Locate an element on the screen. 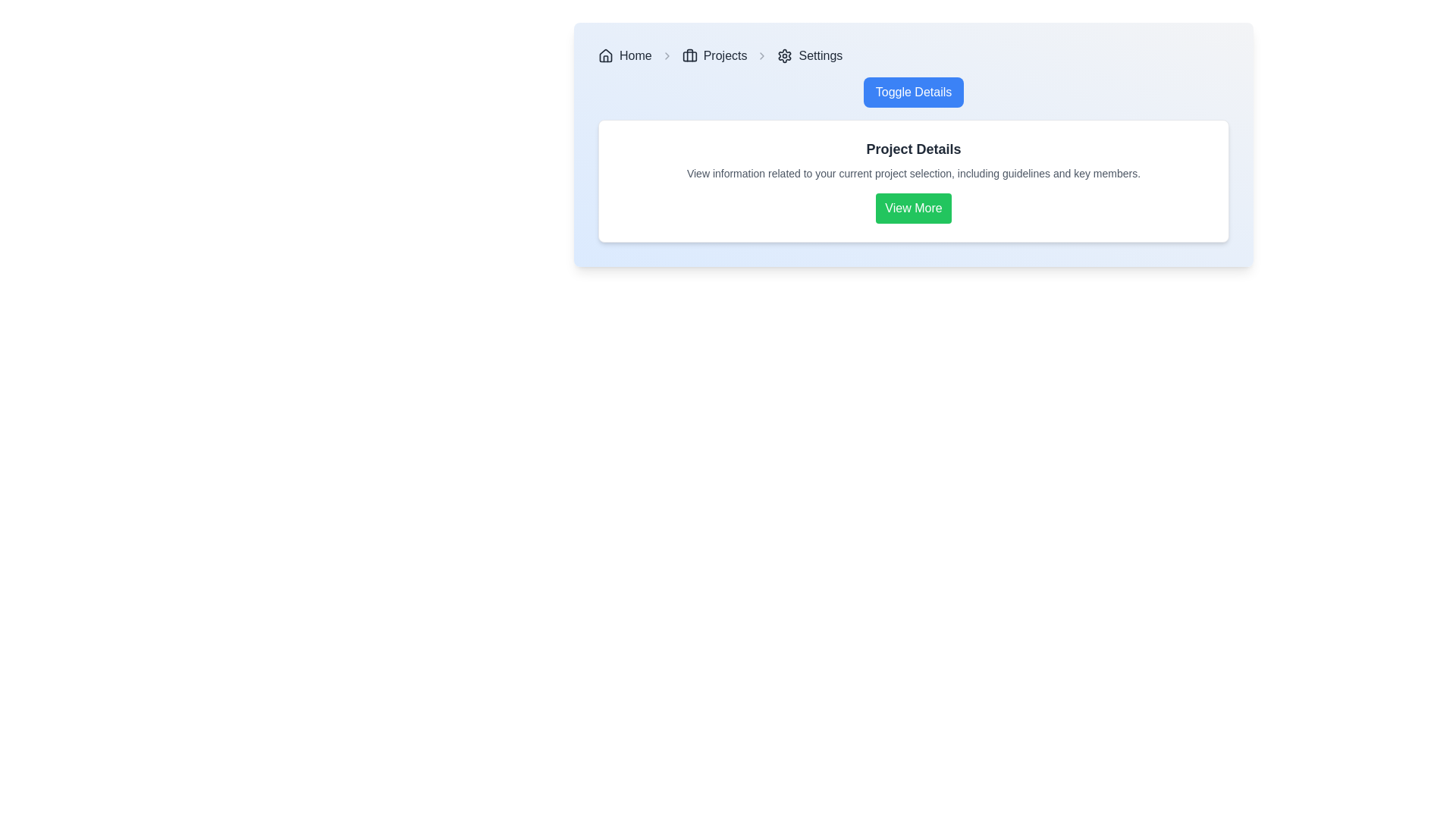 The width and height of the screenshot is (1456, 819). the 'Home' icon in the breadcrumb navigation bar, located on the leftmost side next to the textual label 'Home' is located at coordinates (604, 55).